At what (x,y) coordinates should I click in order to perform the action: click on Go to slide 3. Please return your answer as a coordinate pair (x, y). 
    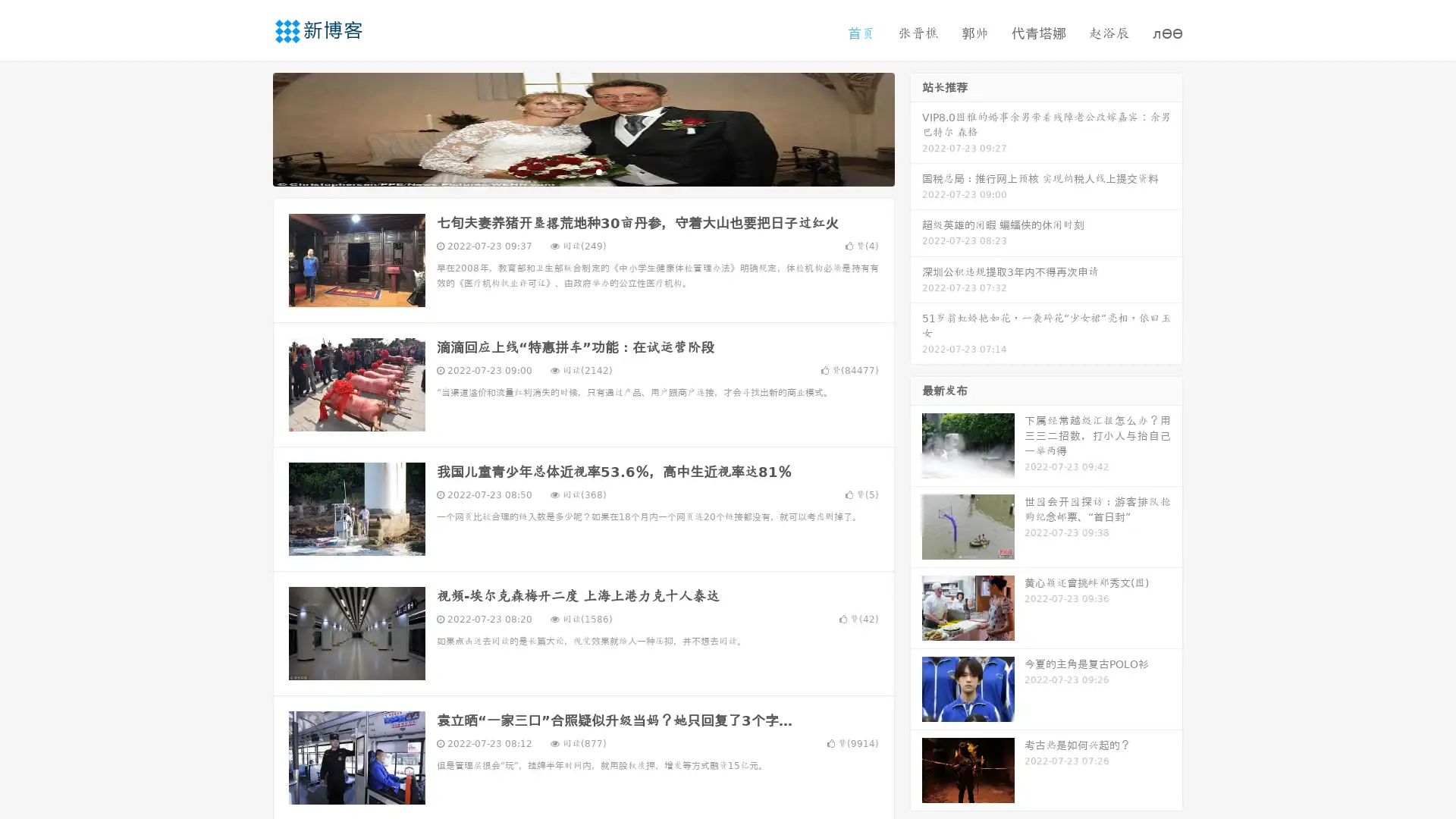
    Looking at the image, I should click on (598, 171).